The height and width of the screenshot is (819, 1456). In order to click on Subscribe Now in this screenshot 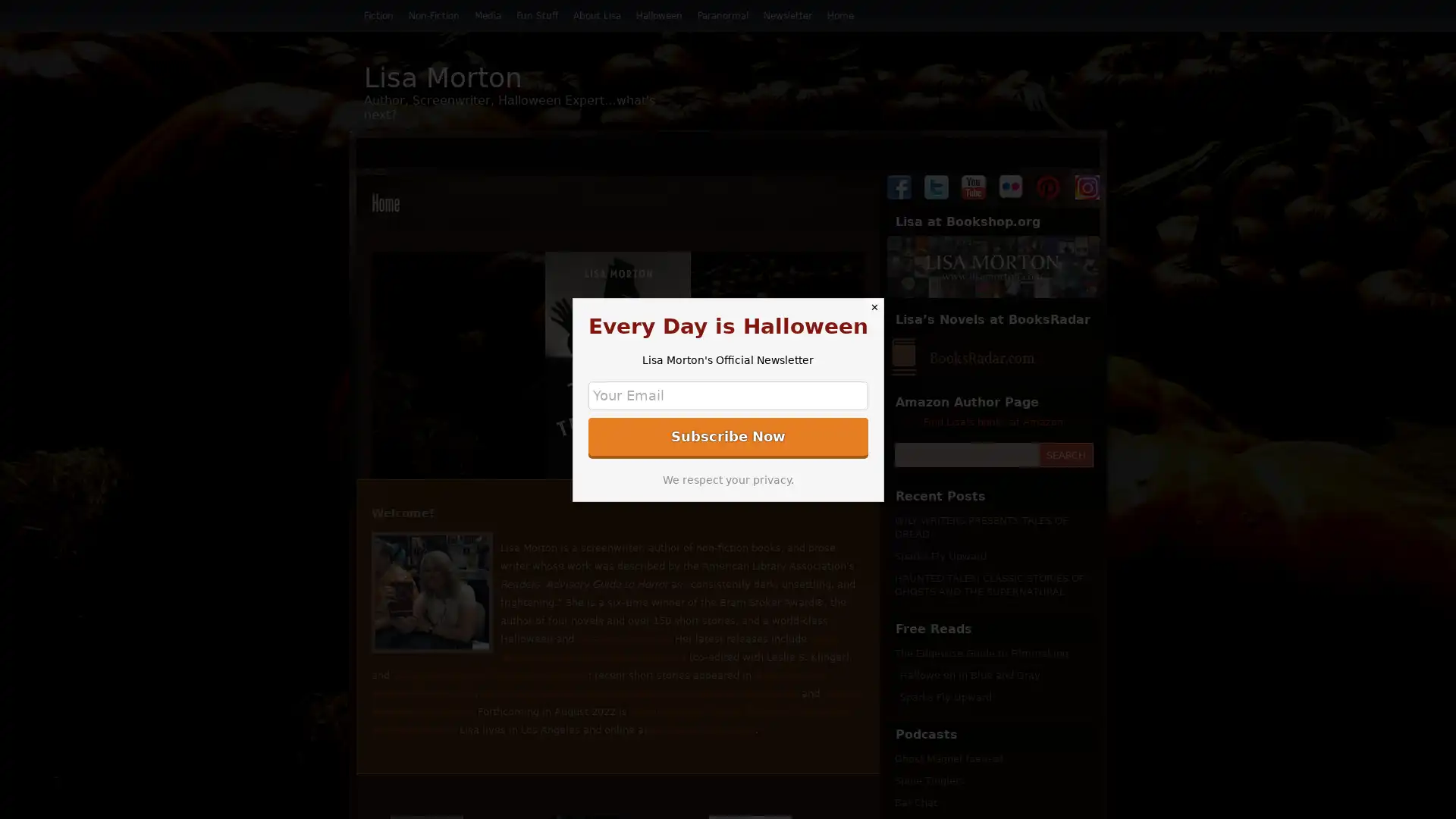, I will do `click(726, 435)`.